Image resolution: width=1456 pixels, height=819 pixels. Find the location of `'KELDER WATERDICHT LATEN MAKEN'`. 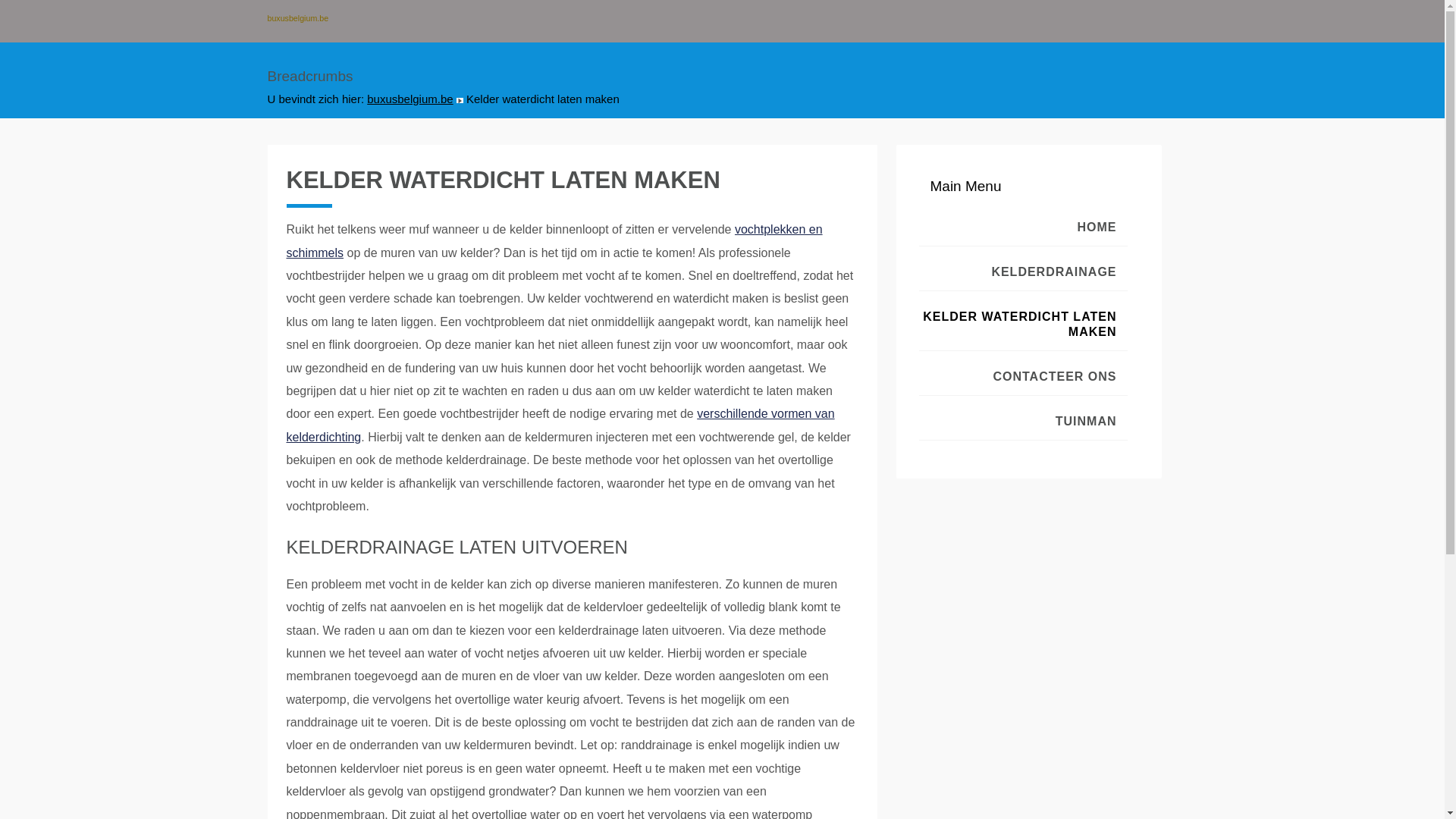

'KELDER WATERDICHT LATEN MAKEN' is located at coordinates (1023, 324).